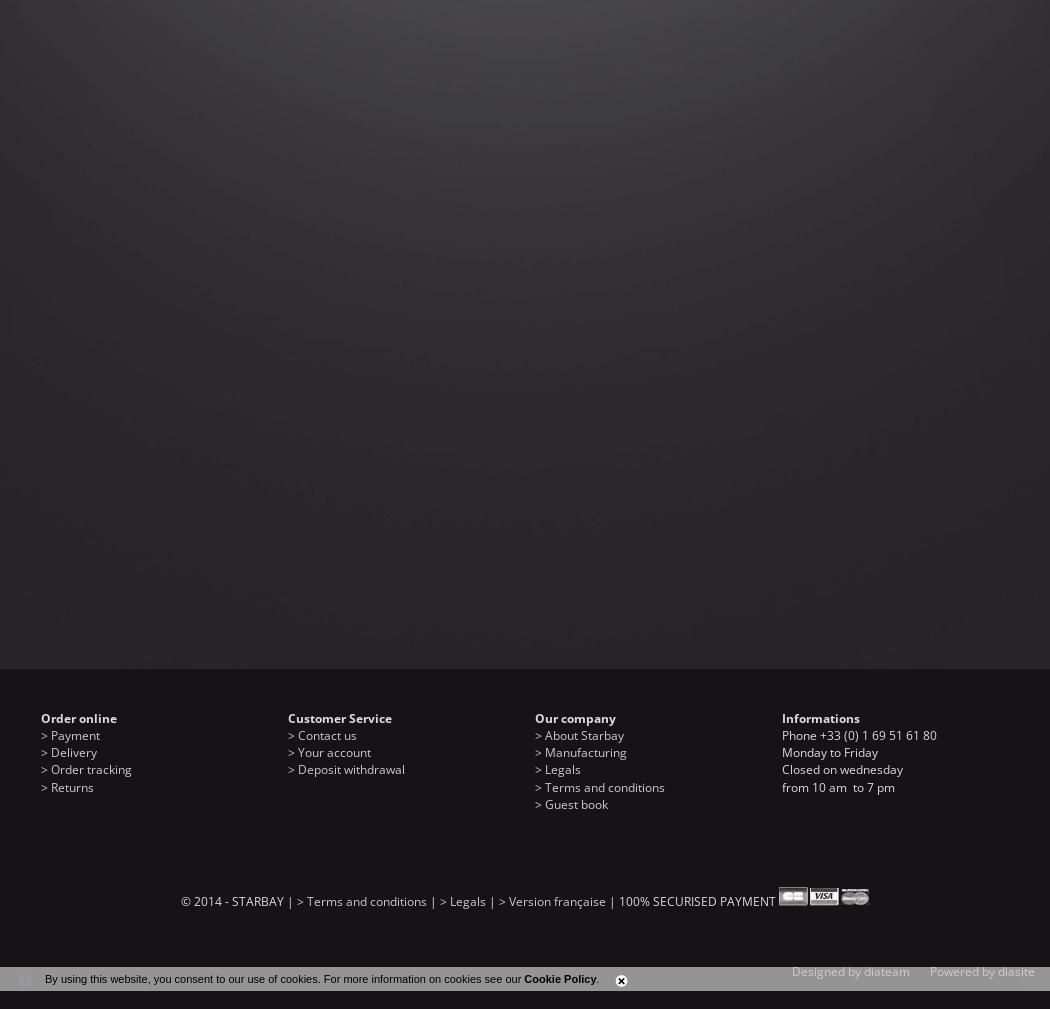  Describe the element at coordinates (842, 769) in the screenshot. I see `'Closed on wednesday'` at that location.